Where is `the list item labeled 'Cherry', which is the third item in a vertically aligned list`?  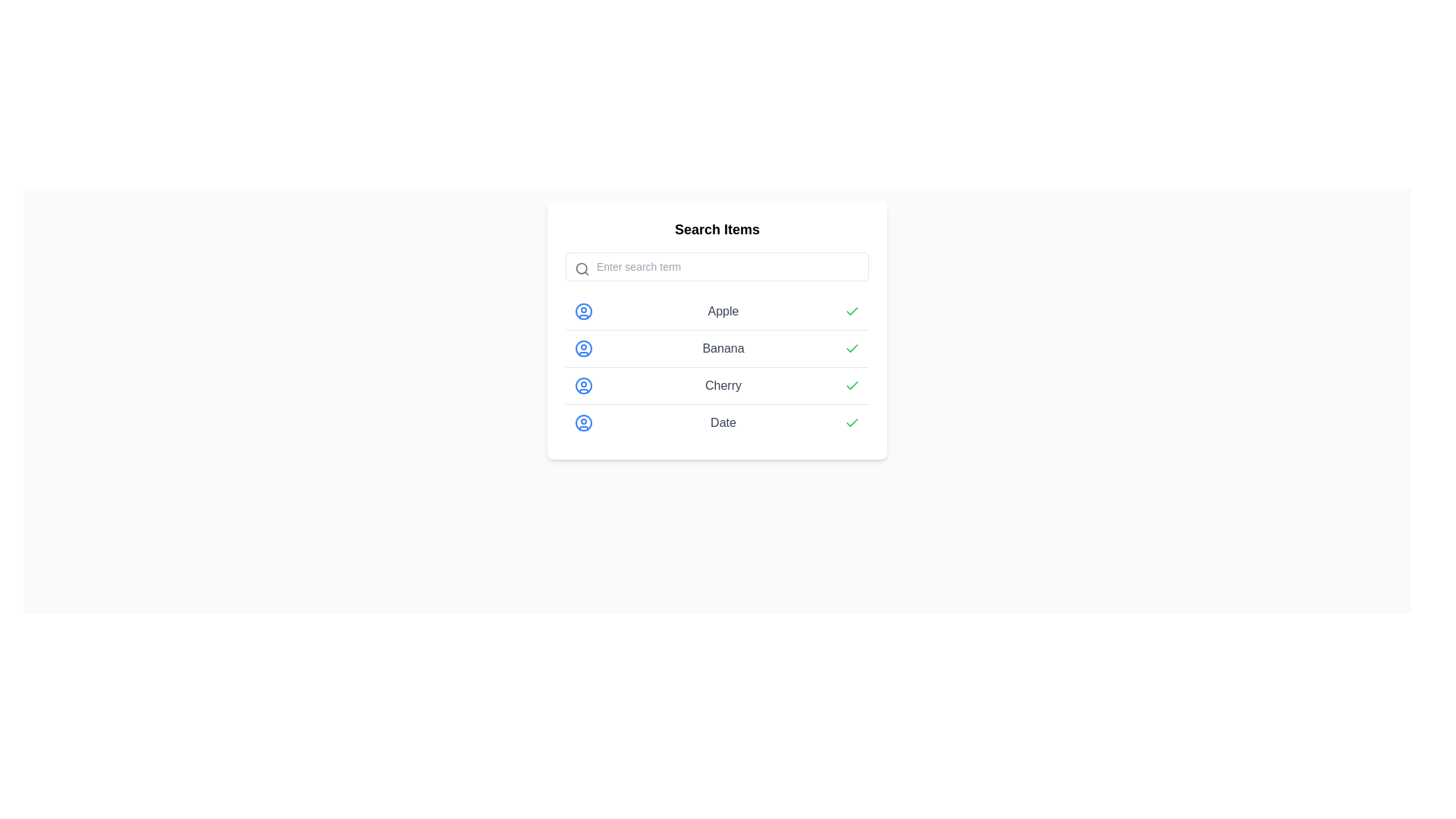
the list item labeled 'Cherry', which is the third item in a vertically aligned list is located at coordinates (716, 384).